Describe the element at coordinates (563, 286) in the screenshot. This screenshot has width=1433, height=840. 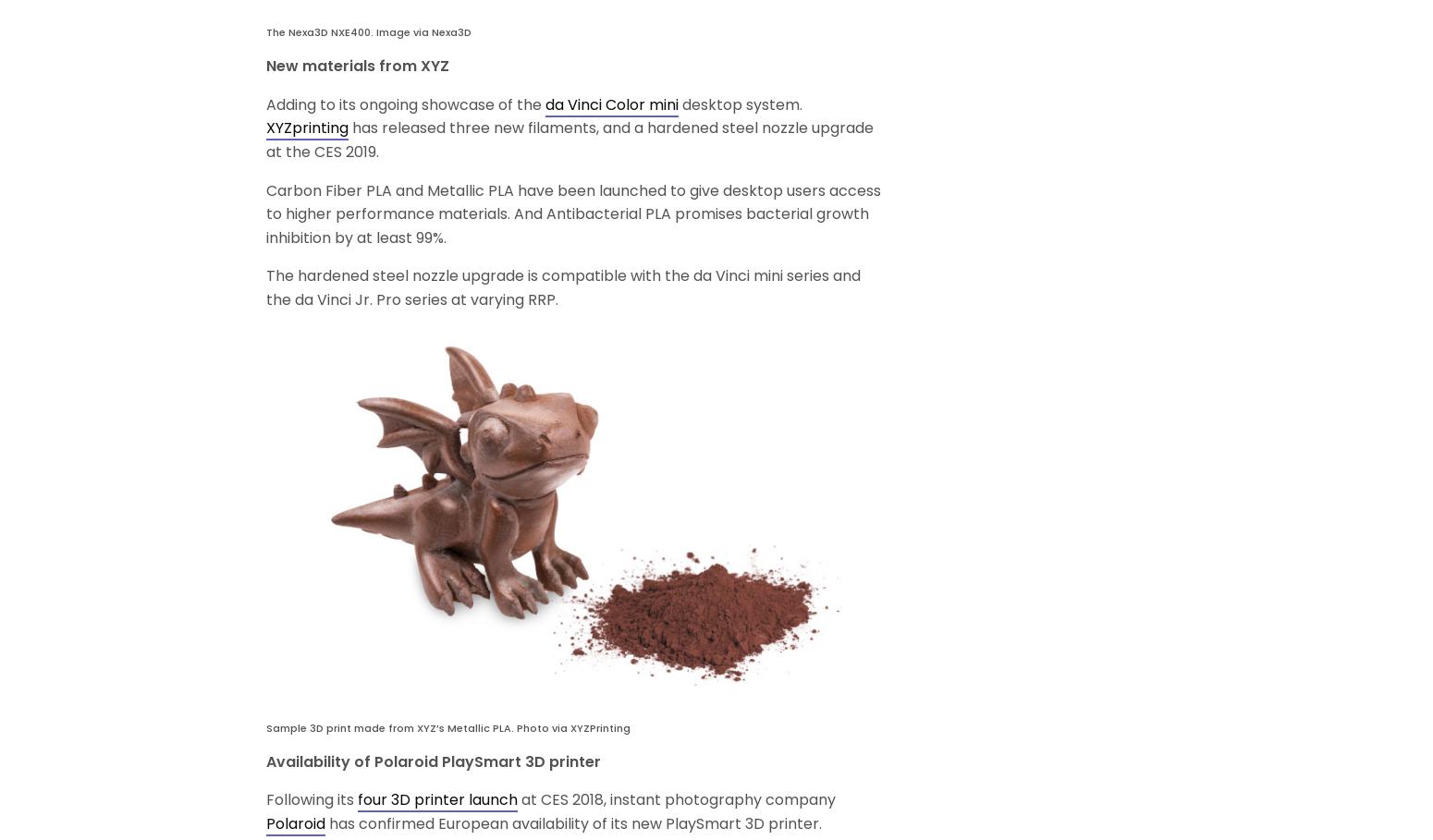
I see `'The hardened steel nozzle upgrade is compatible with the da Vinci mini series and the da Vinci Jr. Pro series at varying RRP.'` at that location.